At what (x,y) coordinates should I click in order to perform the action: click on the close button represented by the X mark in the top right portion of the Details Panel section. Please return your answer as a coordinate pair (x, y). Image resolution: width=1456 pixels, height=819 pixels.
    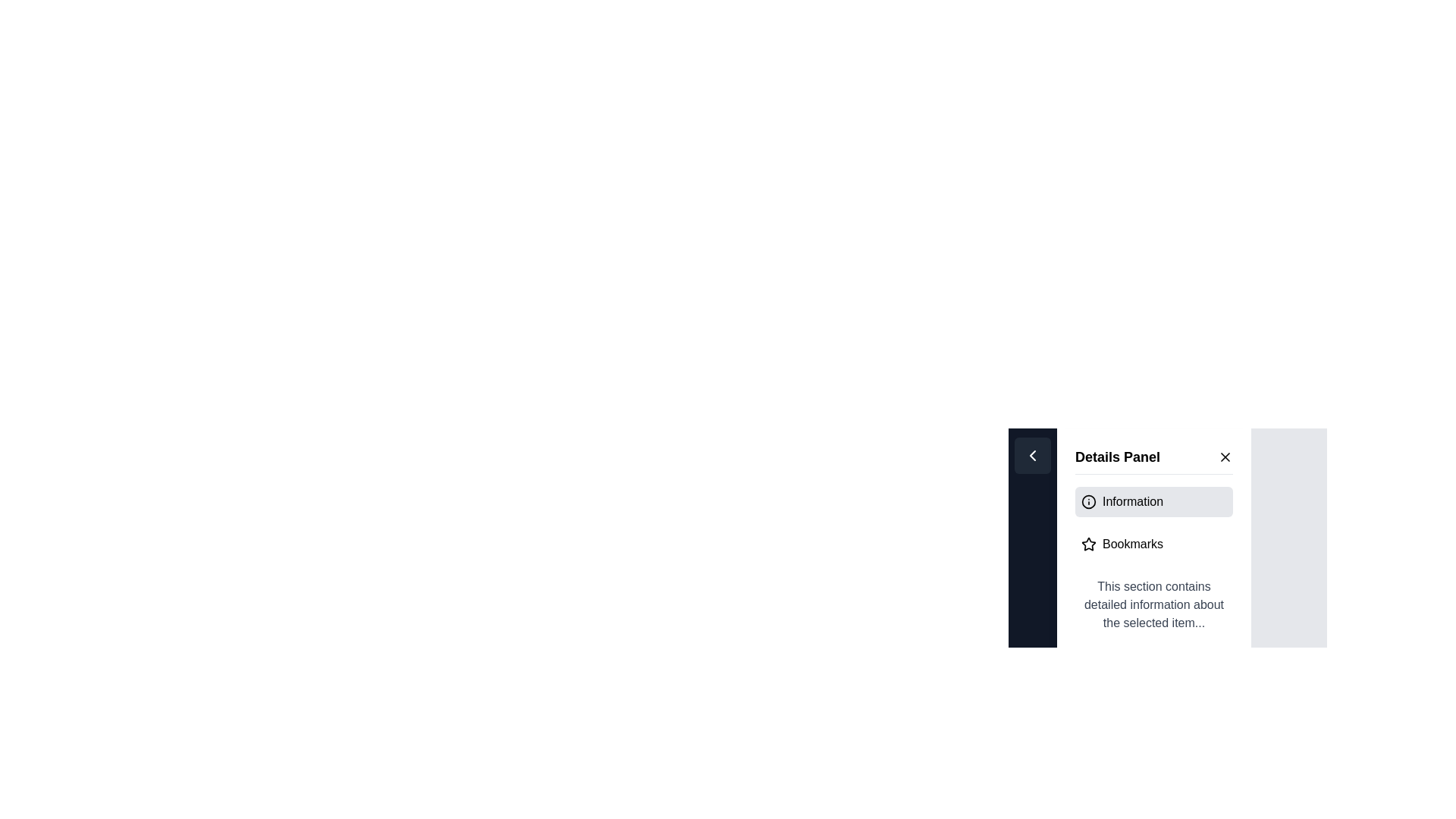
    Looking at the image, I should click on (1225, 456).